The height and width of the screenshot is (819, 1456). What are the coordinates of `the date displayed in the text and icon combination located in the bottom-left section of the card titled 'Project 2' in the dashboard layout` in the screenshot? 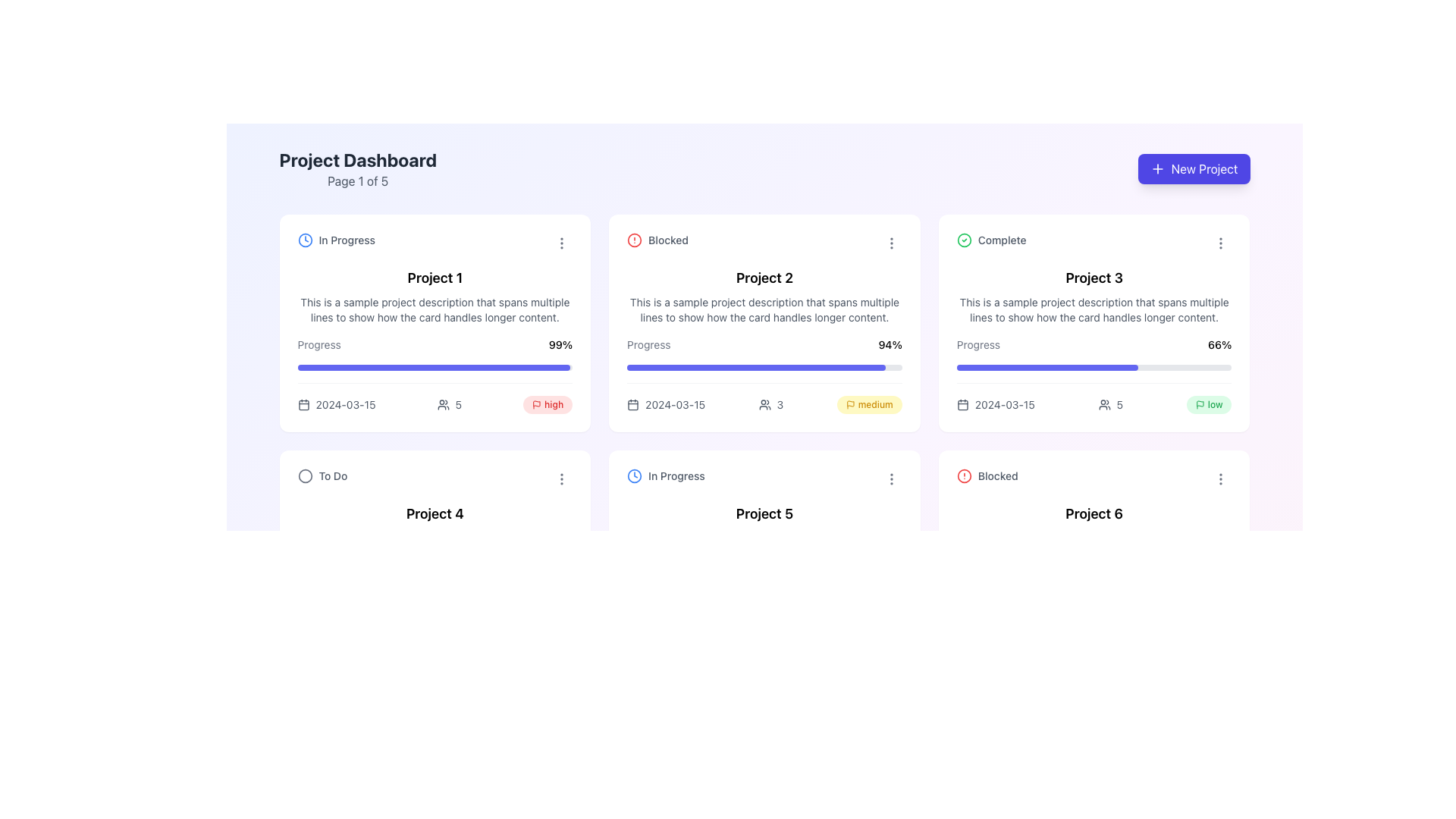 It's located at (666, 403).